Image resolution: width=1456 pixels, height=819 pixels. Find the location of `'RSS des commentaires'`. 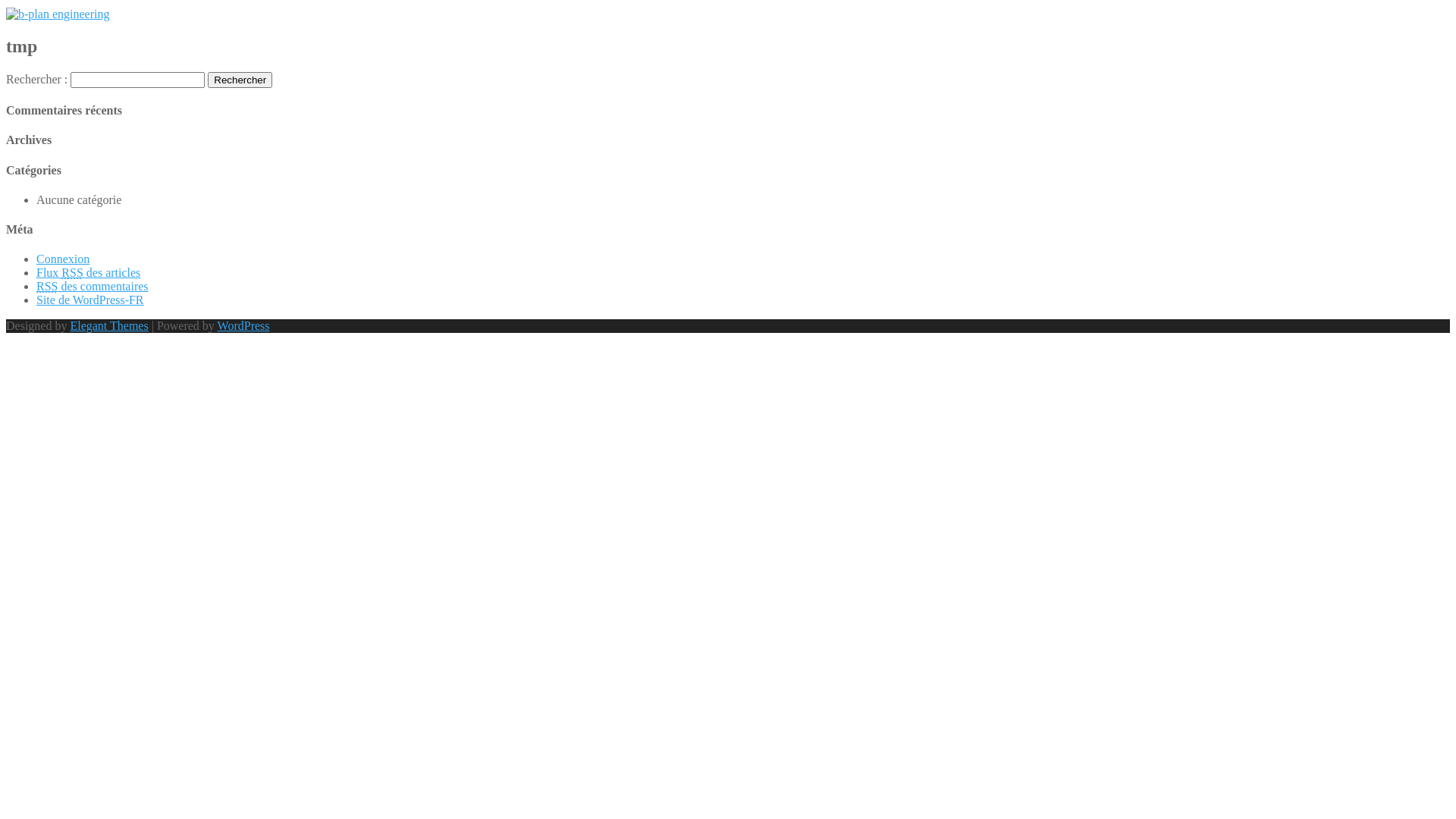

'RSS des commentaires' is located at coordinates (91, 286).